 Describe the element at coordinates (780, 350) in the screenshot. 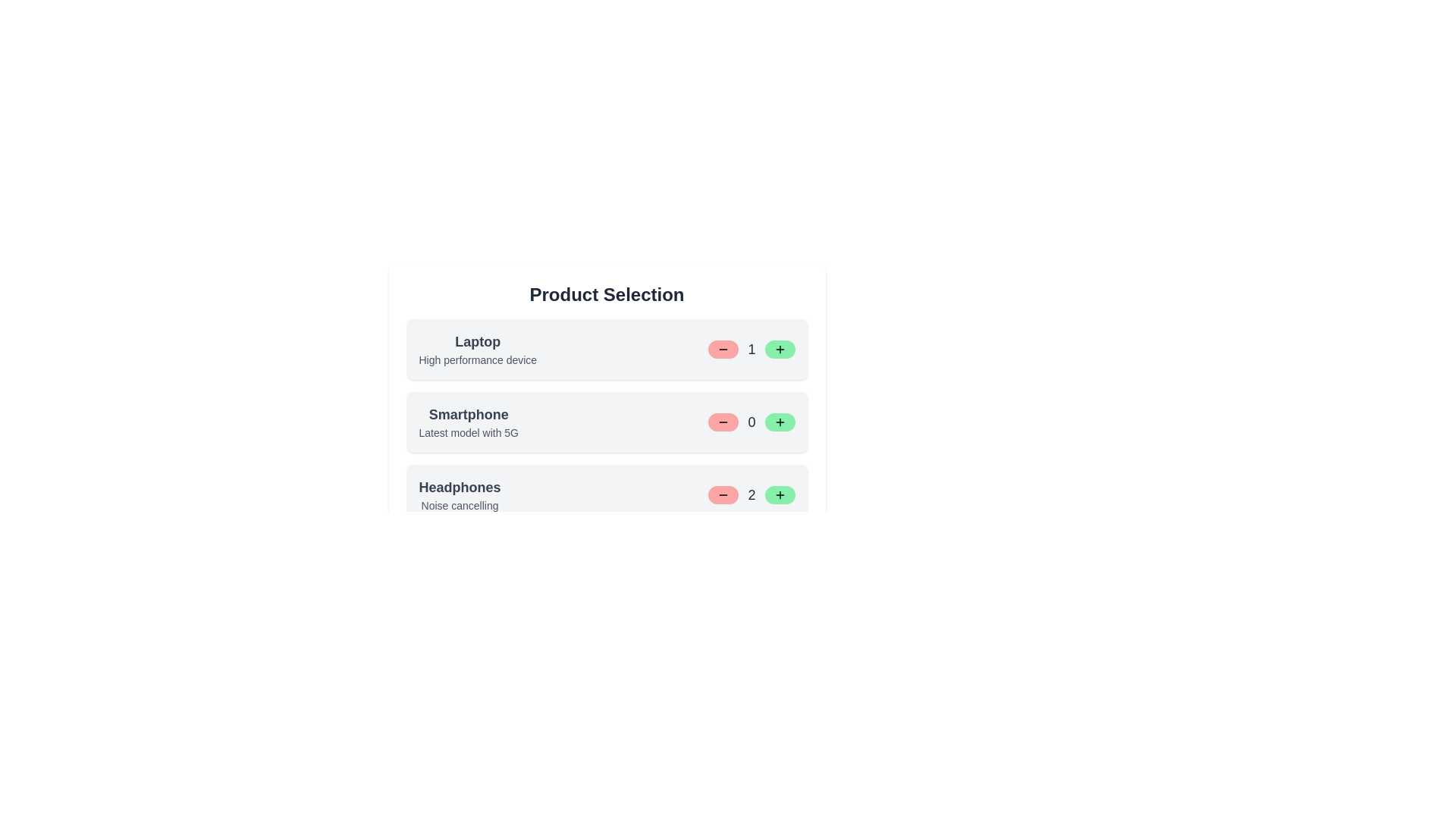

I see `increase button for the product with ID 1` at that location.